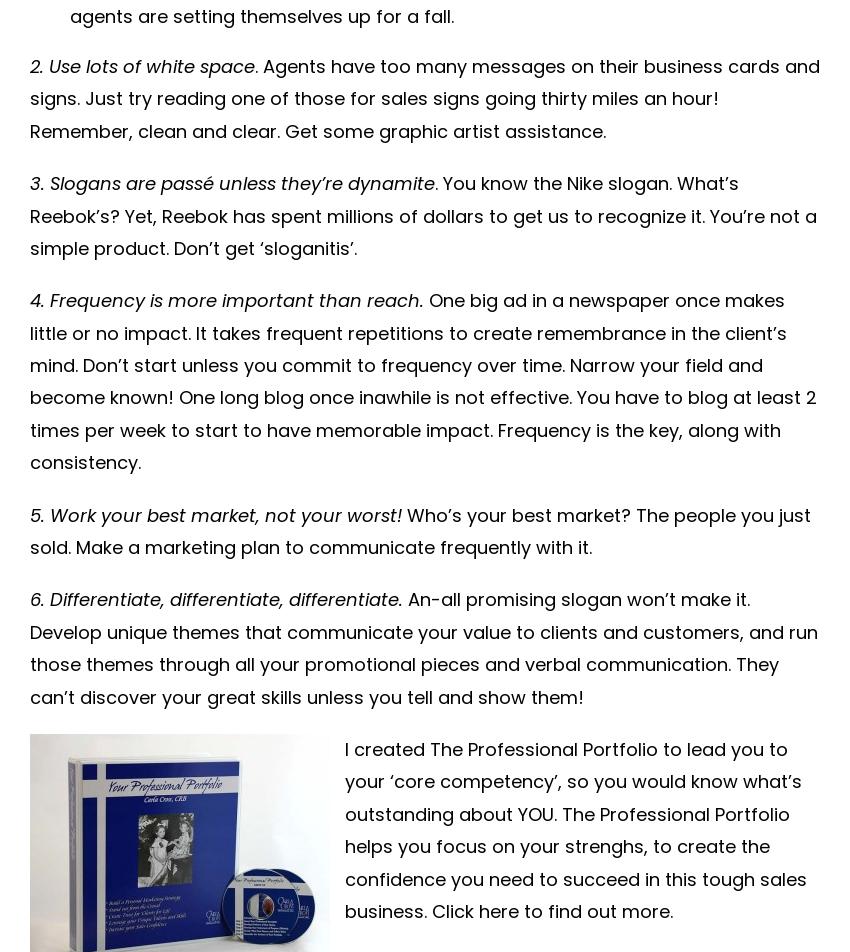 The width and height of the screenshot is (850, 952). Describe the element at coordinates (27, 599) in the screenshot. I see `'6. Differentiate, differentiate, differentiate.'` at that location.